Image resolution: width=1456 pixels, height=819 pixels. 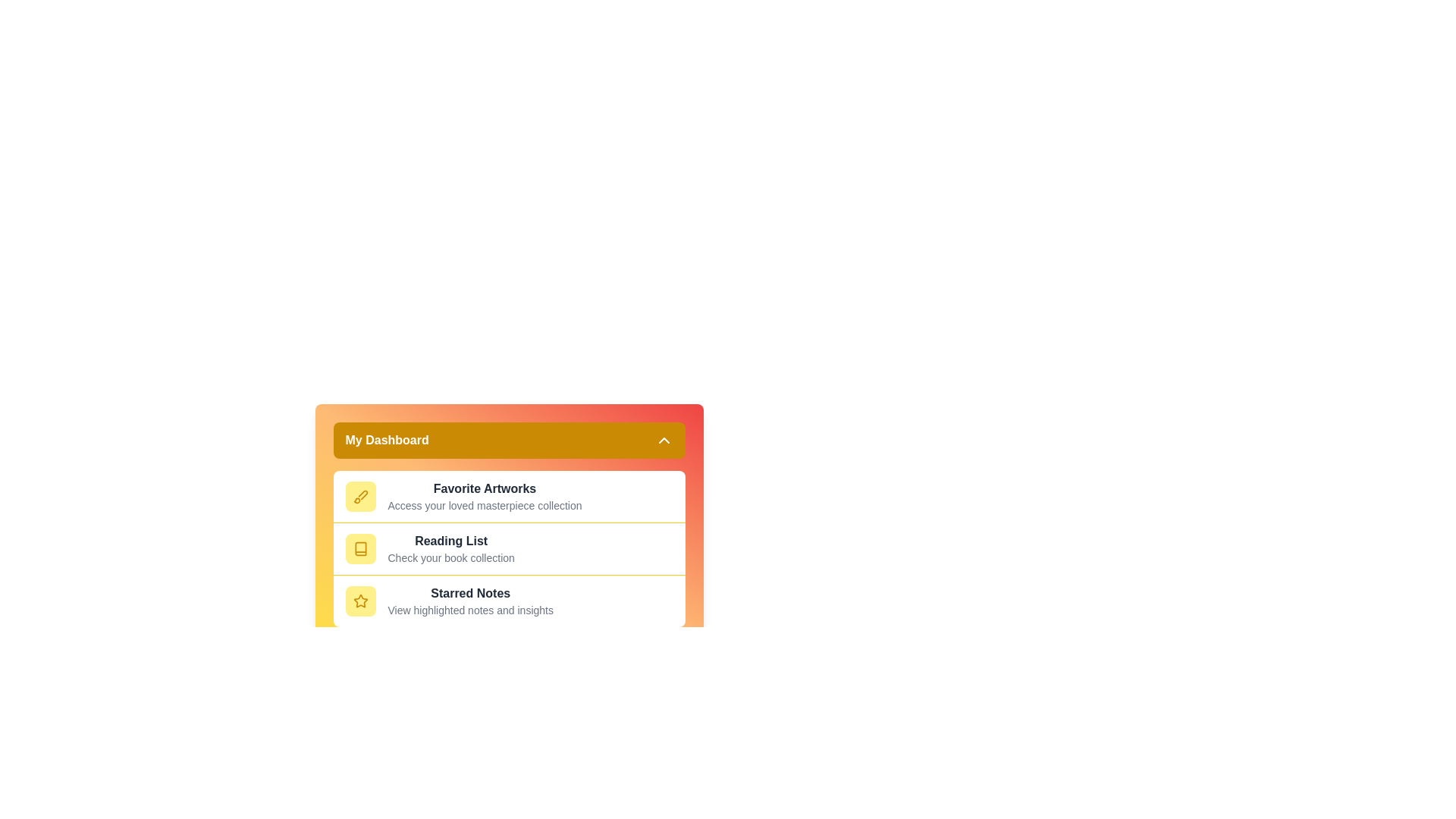 I want to click on the yellow star-shaped icon located at the bottom right of the 'Starred Notes' section in the dashboard, so click(x=359, y=601).